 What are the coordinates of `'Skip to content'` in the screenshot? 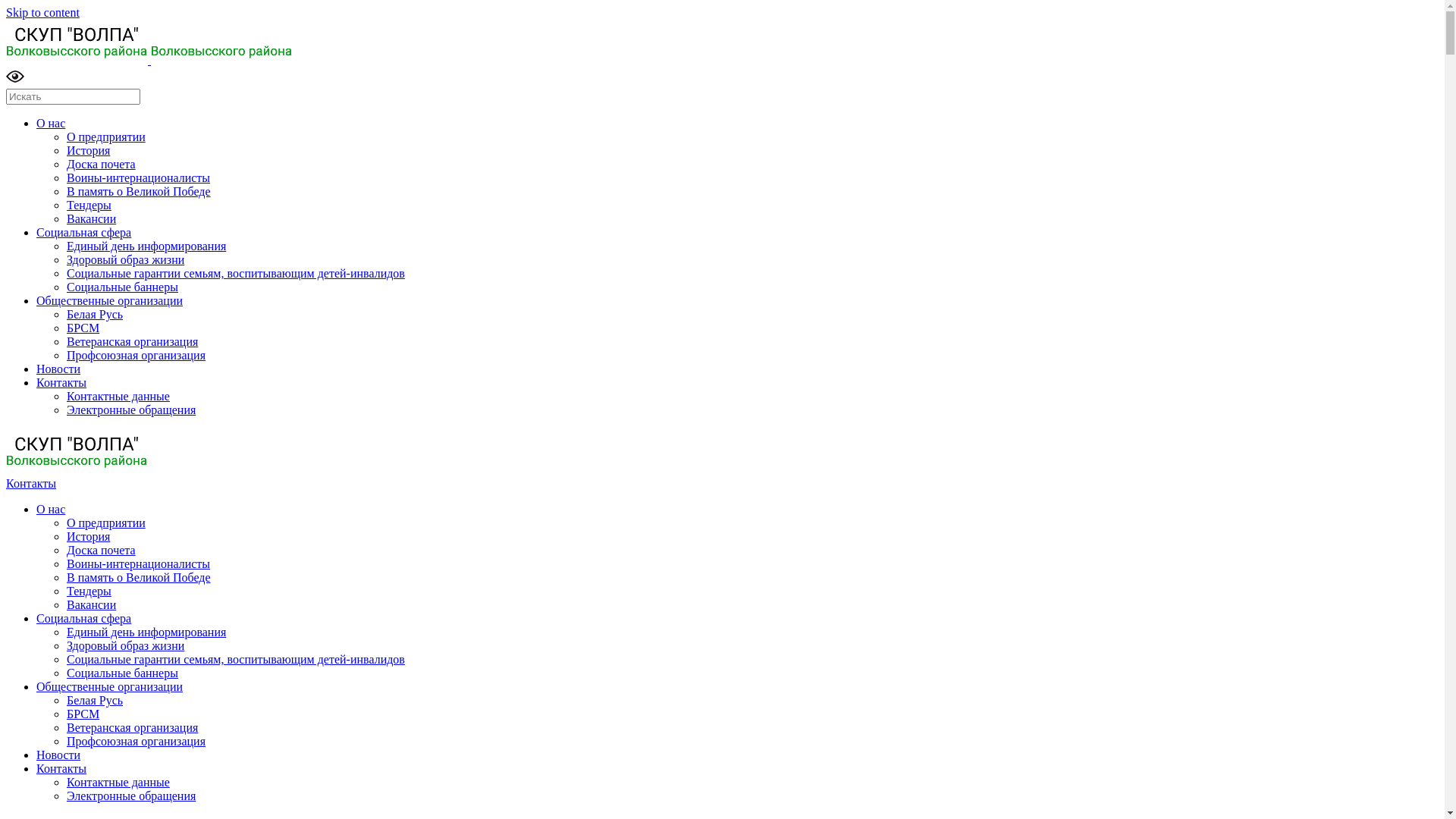 It's located at (42, 12).